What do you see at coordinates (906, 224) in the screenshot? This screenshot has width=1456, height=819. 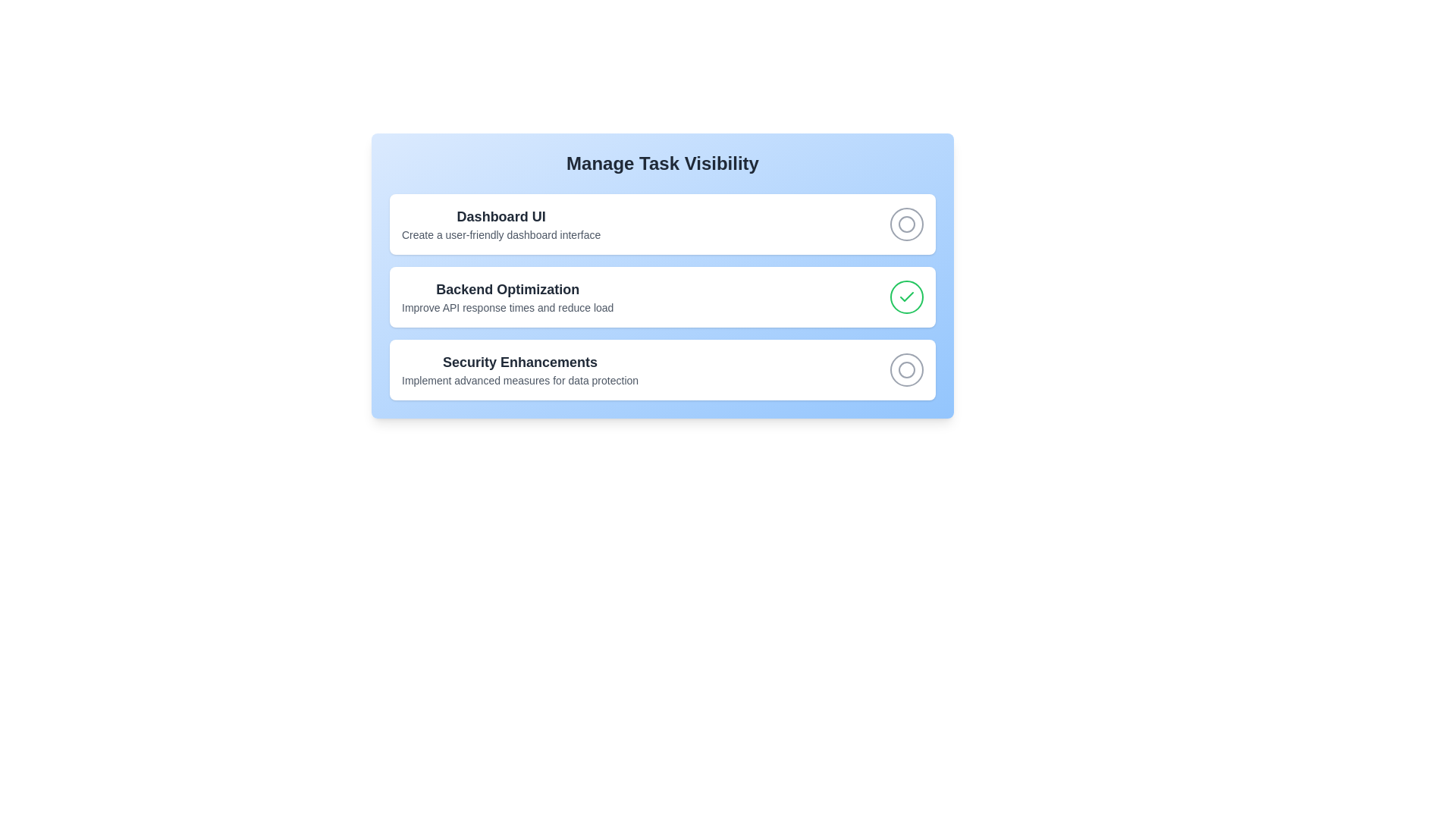 I see `the unselected SVG-based circular icon located to the right of the 'Dashboard UI' text in the first task option under 'Manage Task Visibility'` at bounding box center [906, 224].